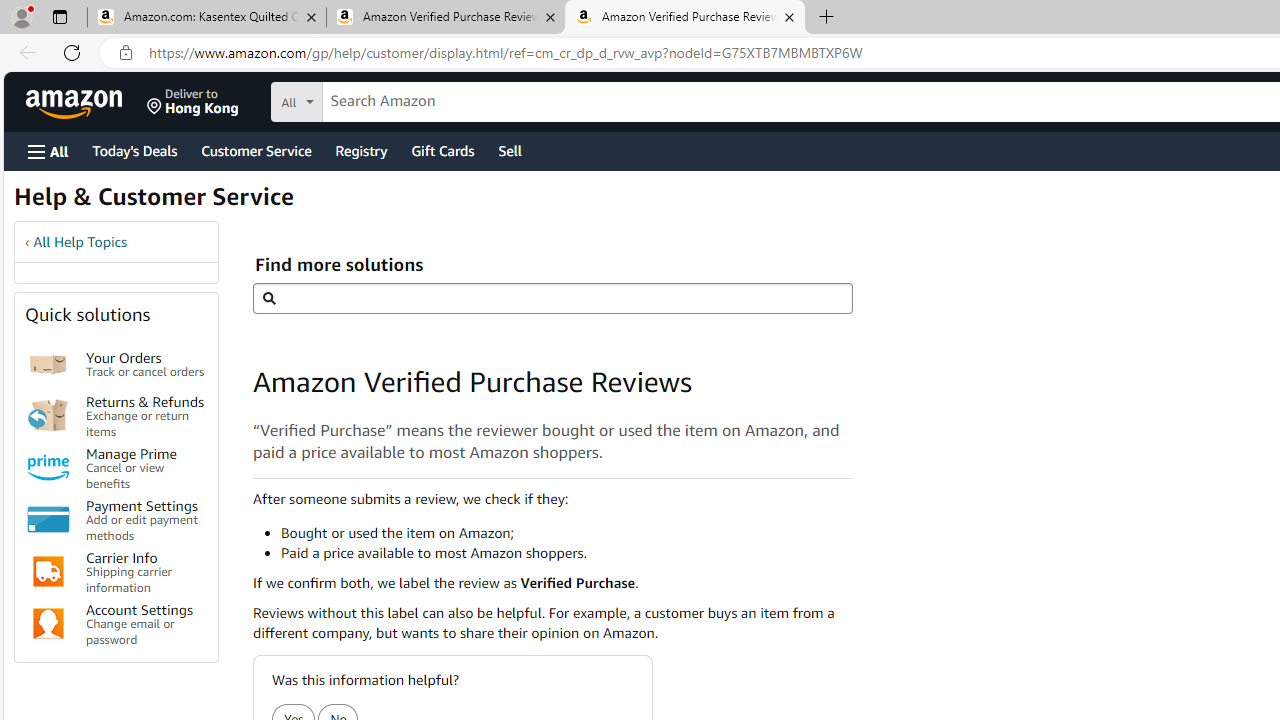  I want to click on 'Search in', so click(371, 99).